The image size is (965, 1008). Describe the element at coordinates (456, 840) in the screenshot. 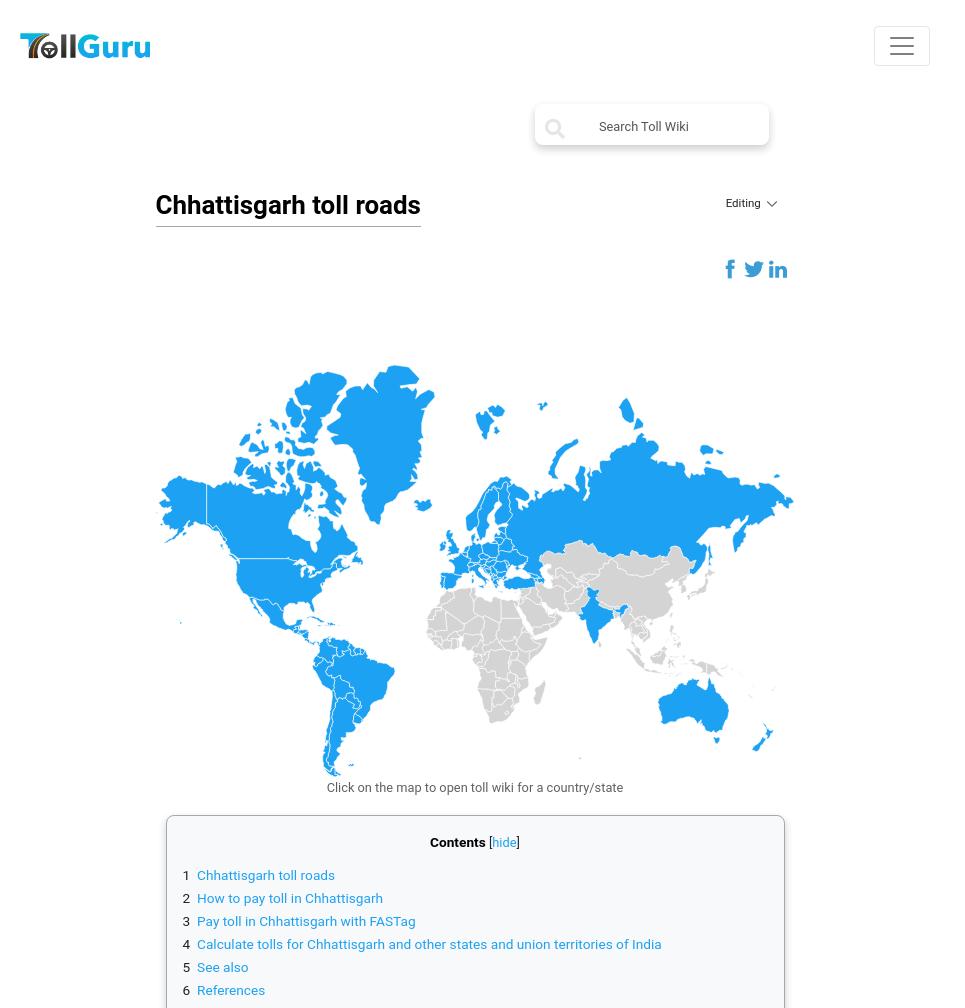

I see `'Contents'` at that location.